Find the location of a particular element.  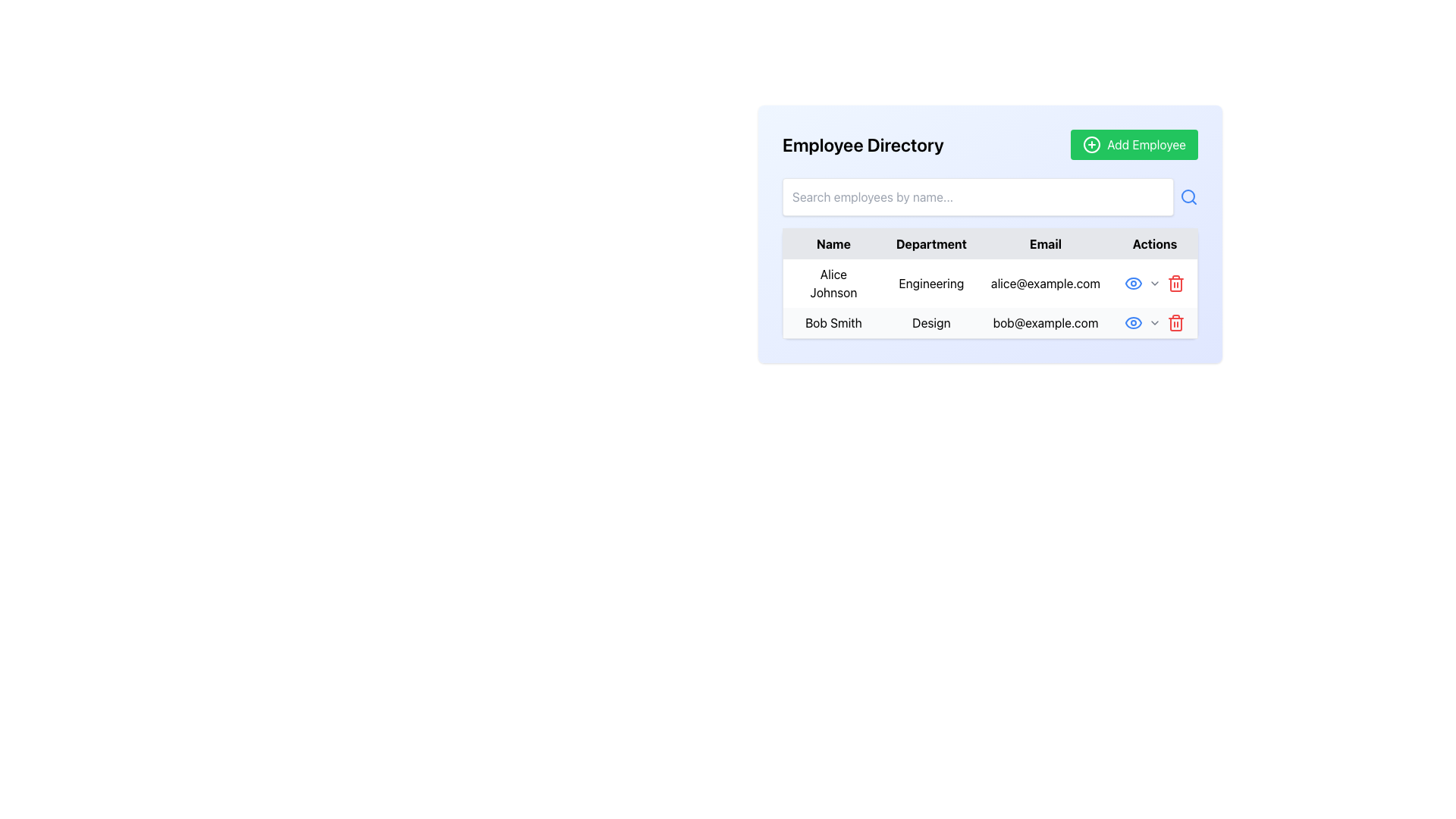

the search button located at the top-right corner of the search input field to initiate a search action is located at coordinates (1188, 196).